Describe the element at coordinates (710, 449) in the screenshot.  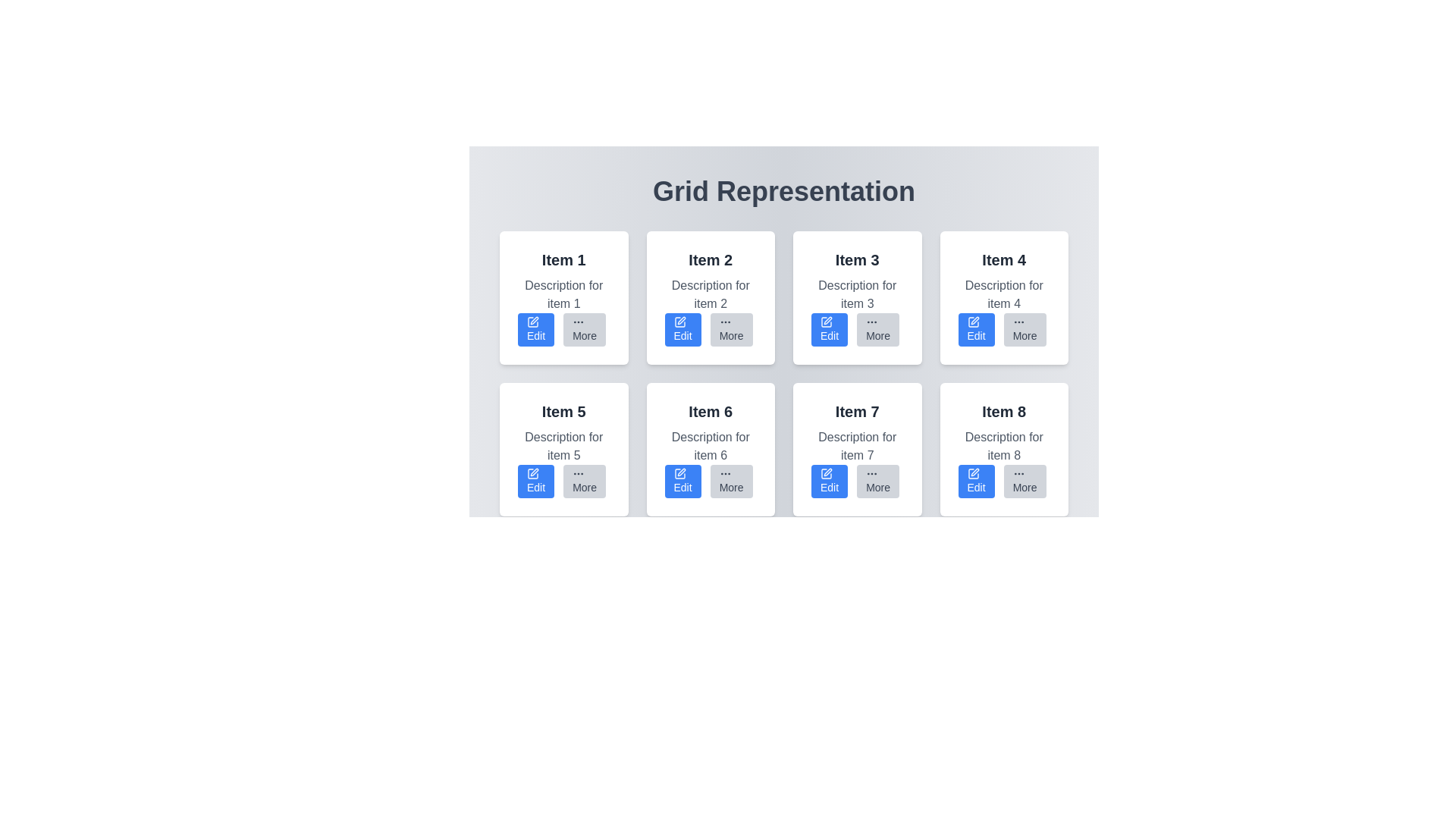
I see `the 'Edit' button located at the bottom of the card titled 'Item 6' to modify details` at that location.